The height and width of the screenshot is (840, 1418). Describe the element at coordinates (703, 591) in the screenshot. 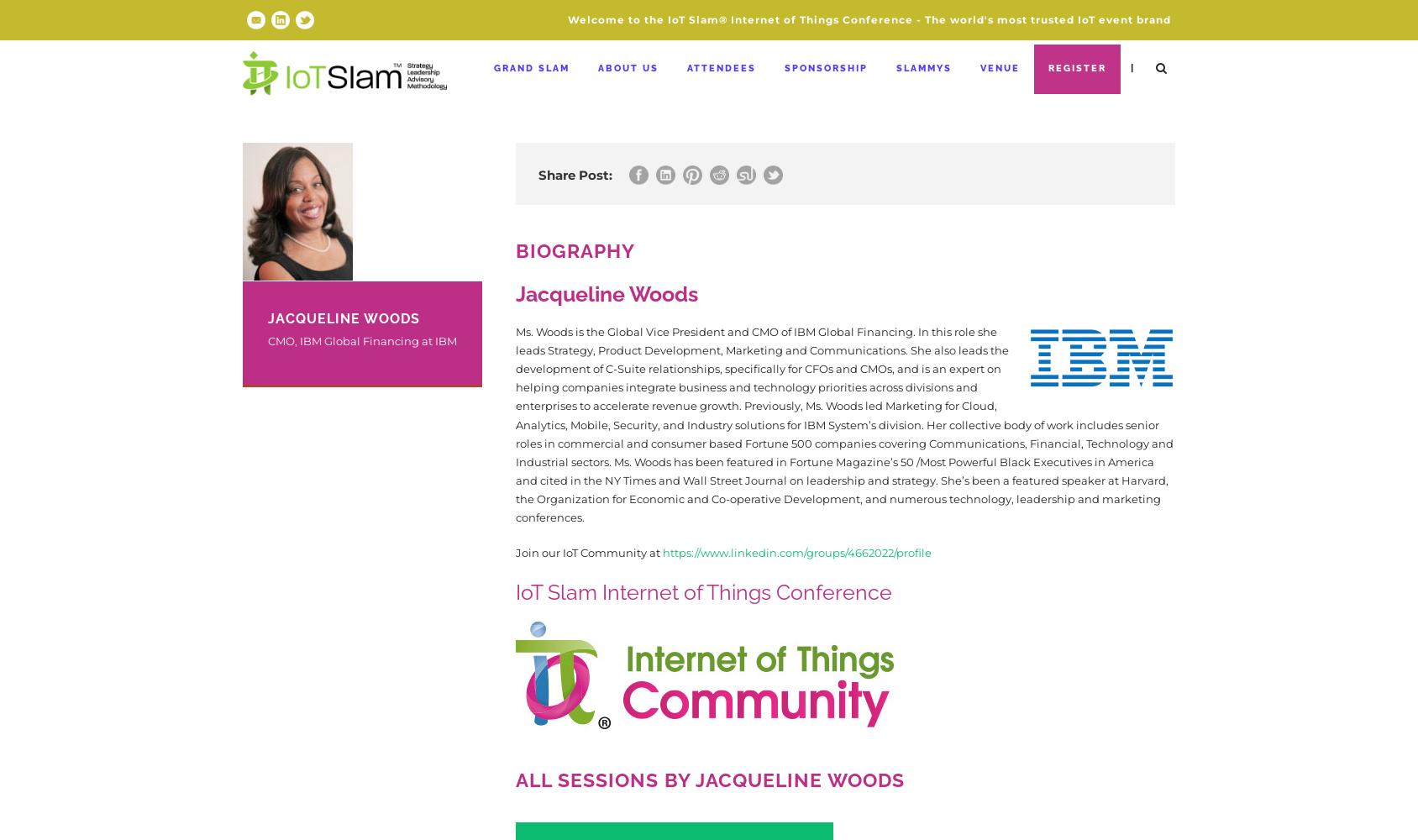

I see `'IoT Slam Internet of Things Conference'` at that location.